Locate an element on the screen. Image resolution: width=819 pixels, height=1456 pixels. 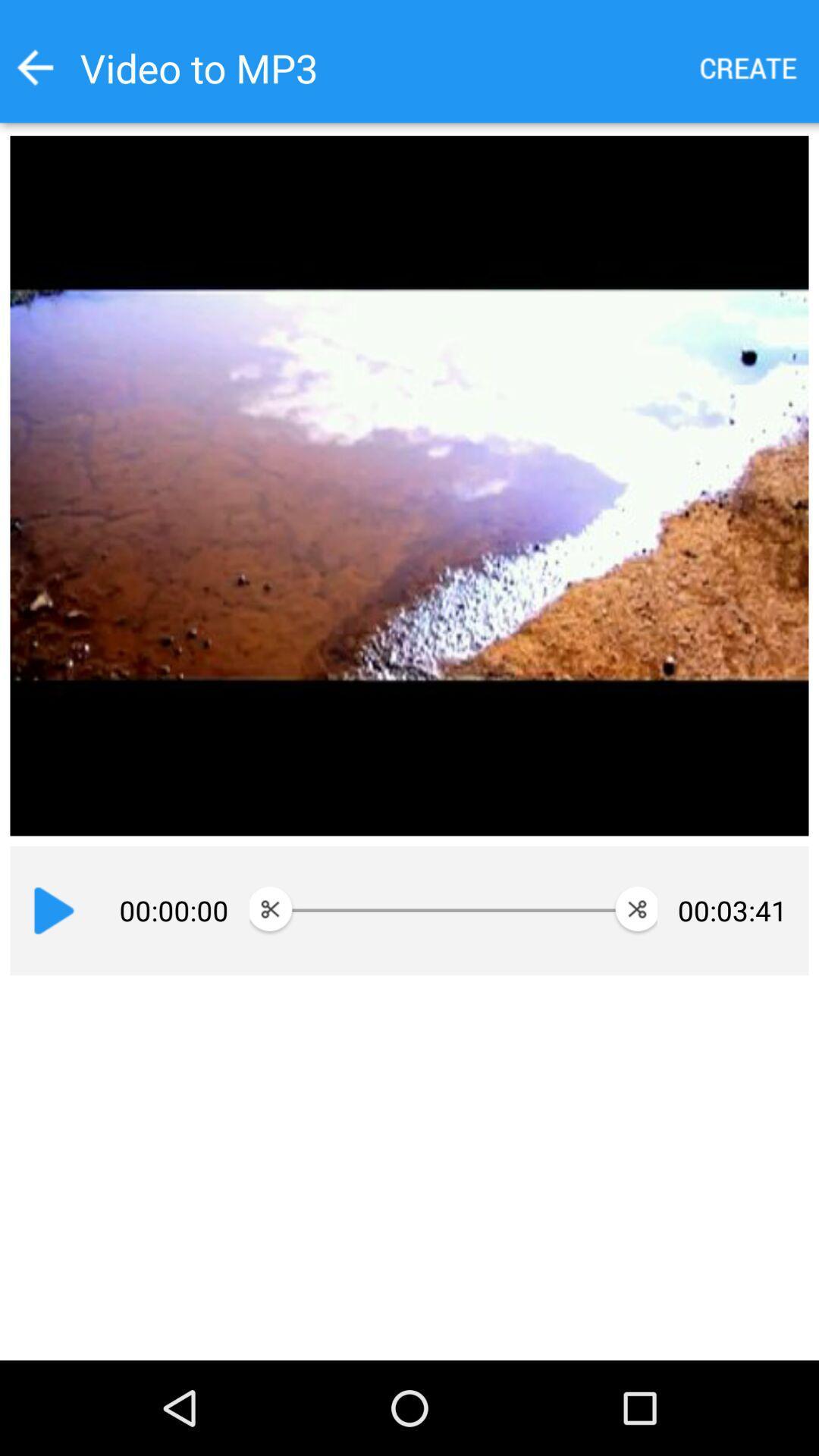
the app next to video to mp3 is located at coordinates (34, 67).